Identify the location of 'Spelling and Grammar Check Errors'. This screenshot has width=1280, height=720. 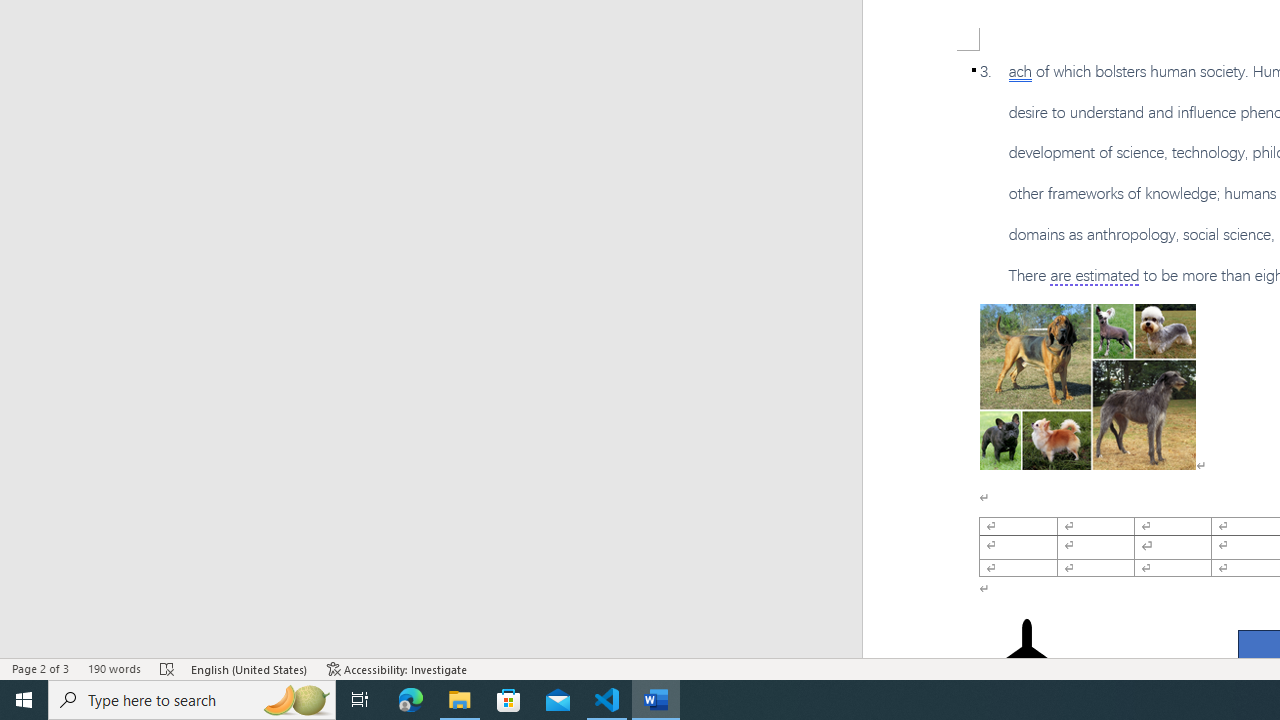
(168, 669).